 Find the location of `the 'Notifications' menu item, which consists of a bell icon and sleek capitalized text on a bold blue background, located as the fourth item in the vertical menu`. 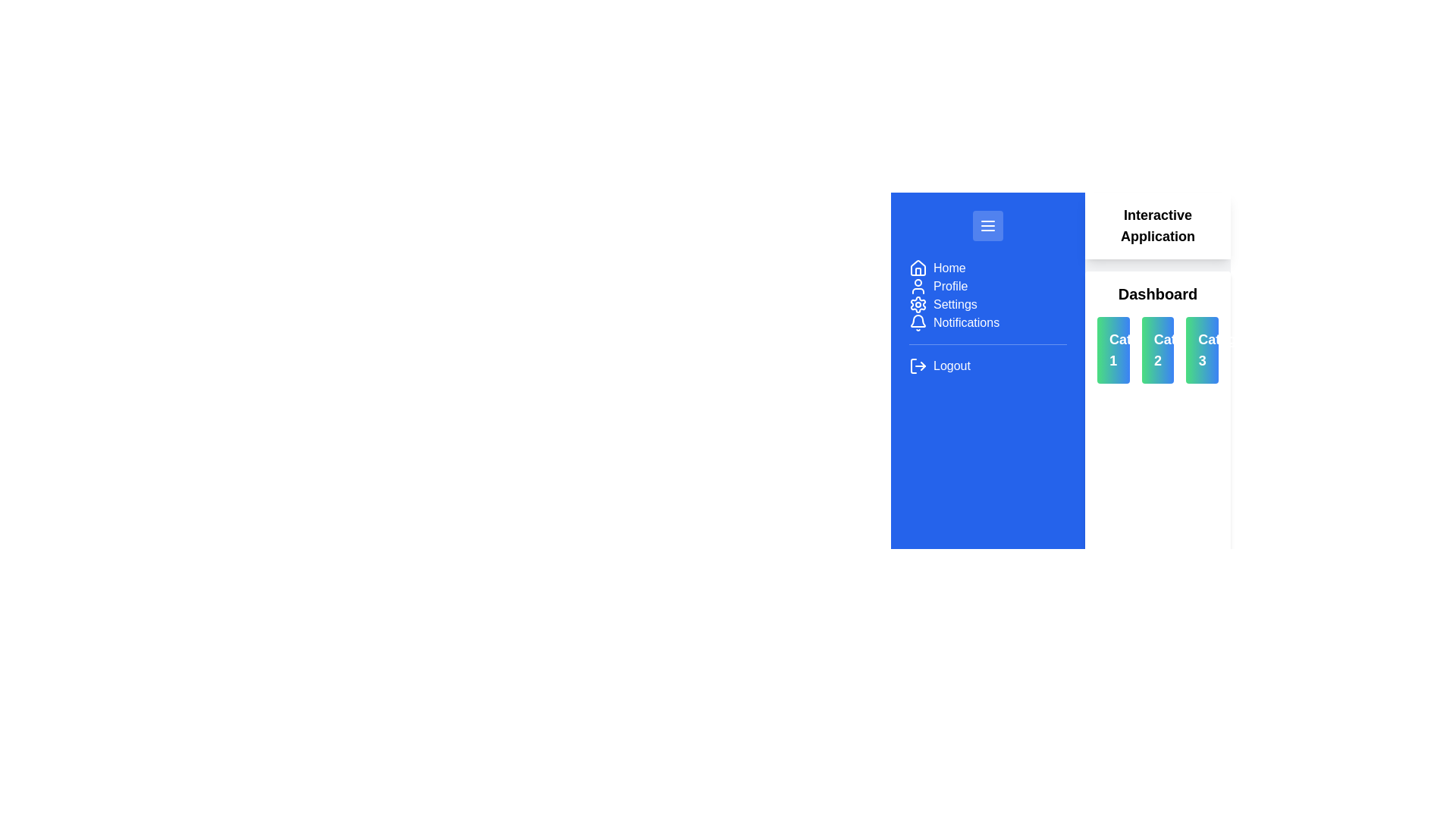

the 'Notifications' menu item, which consists of a bell icon and sleek capitalized text on a bold blue background, located as the fourth item in the vertical menu is located at coordinates (987, 322).